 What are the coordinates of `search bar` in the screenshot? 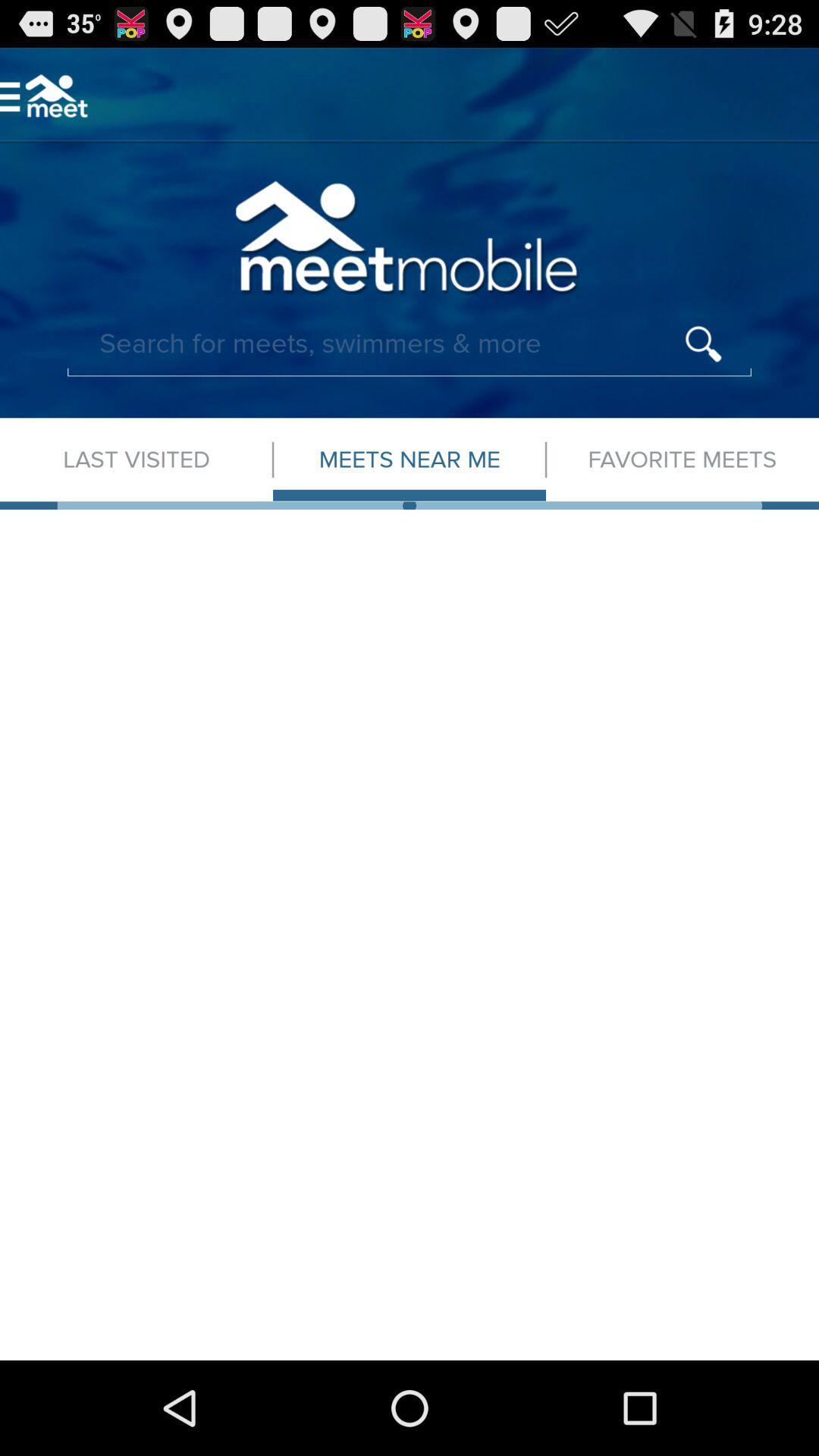 It's located at (409, 344).